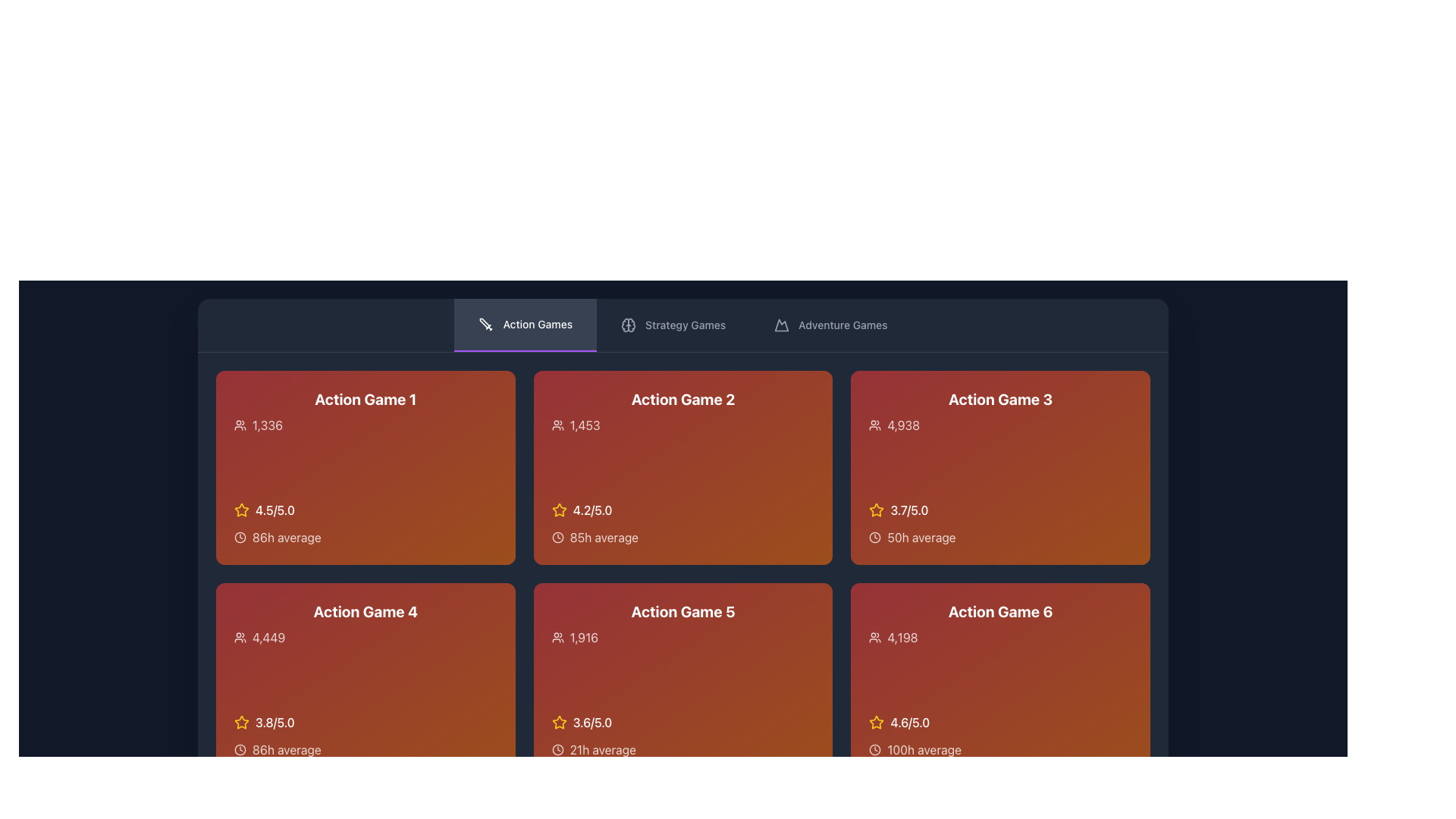 The image size is (1456, 819). Describe the element at coordinates (366, 623) in the screenshot. I see `the text label reading 'Action Game 4' with a smaller text '4,449' below it, which is displayed in bold white font on a gradient background from deep red to orange` at that location.